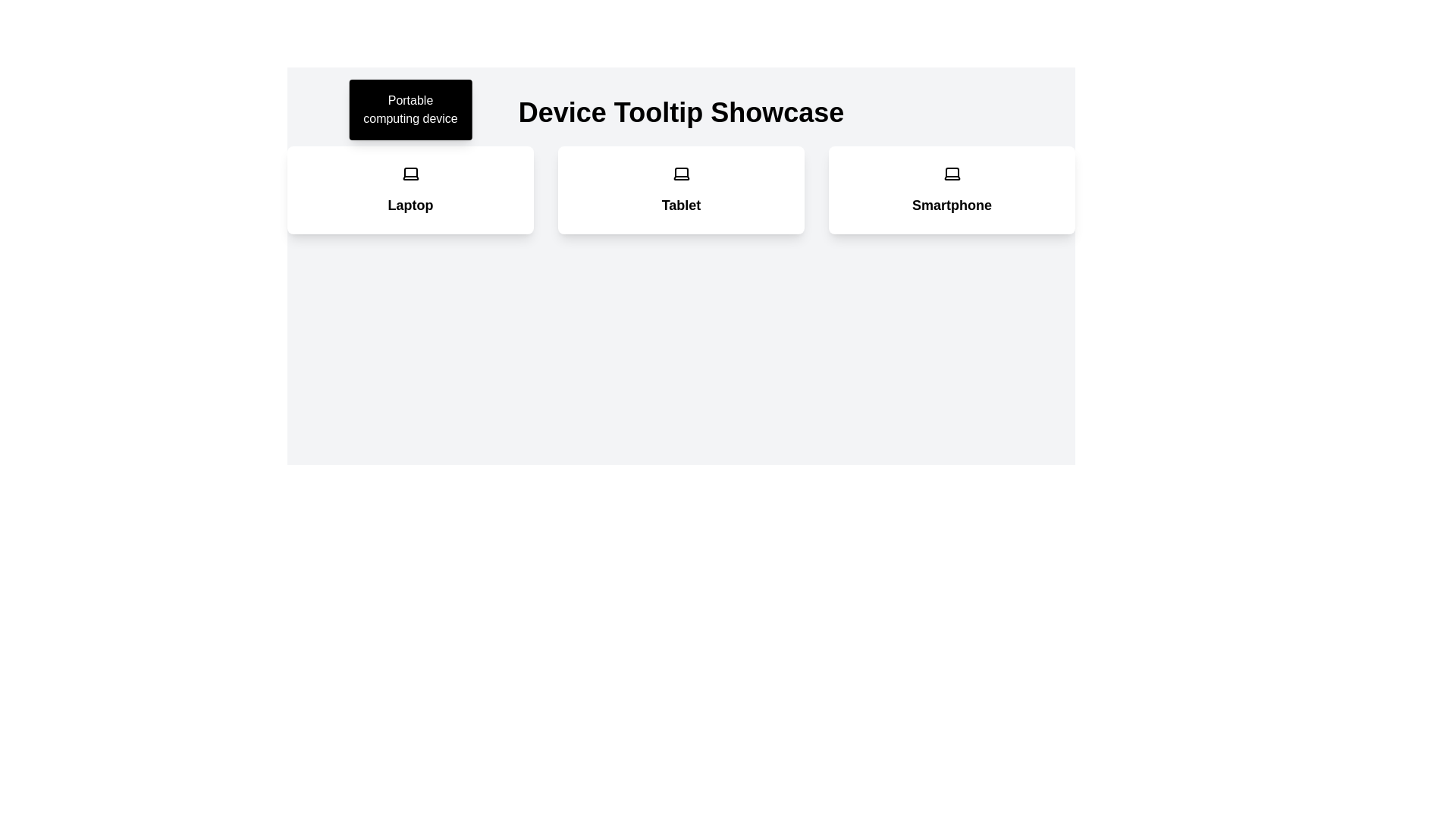  Describe the element at coordinates (410, 205) in the screenshot. I see `the text label indicating the device type 'Laptop', which is positioned at the bottom of a rounded, shadowed card layout, directly below a laptop icon` at that location.